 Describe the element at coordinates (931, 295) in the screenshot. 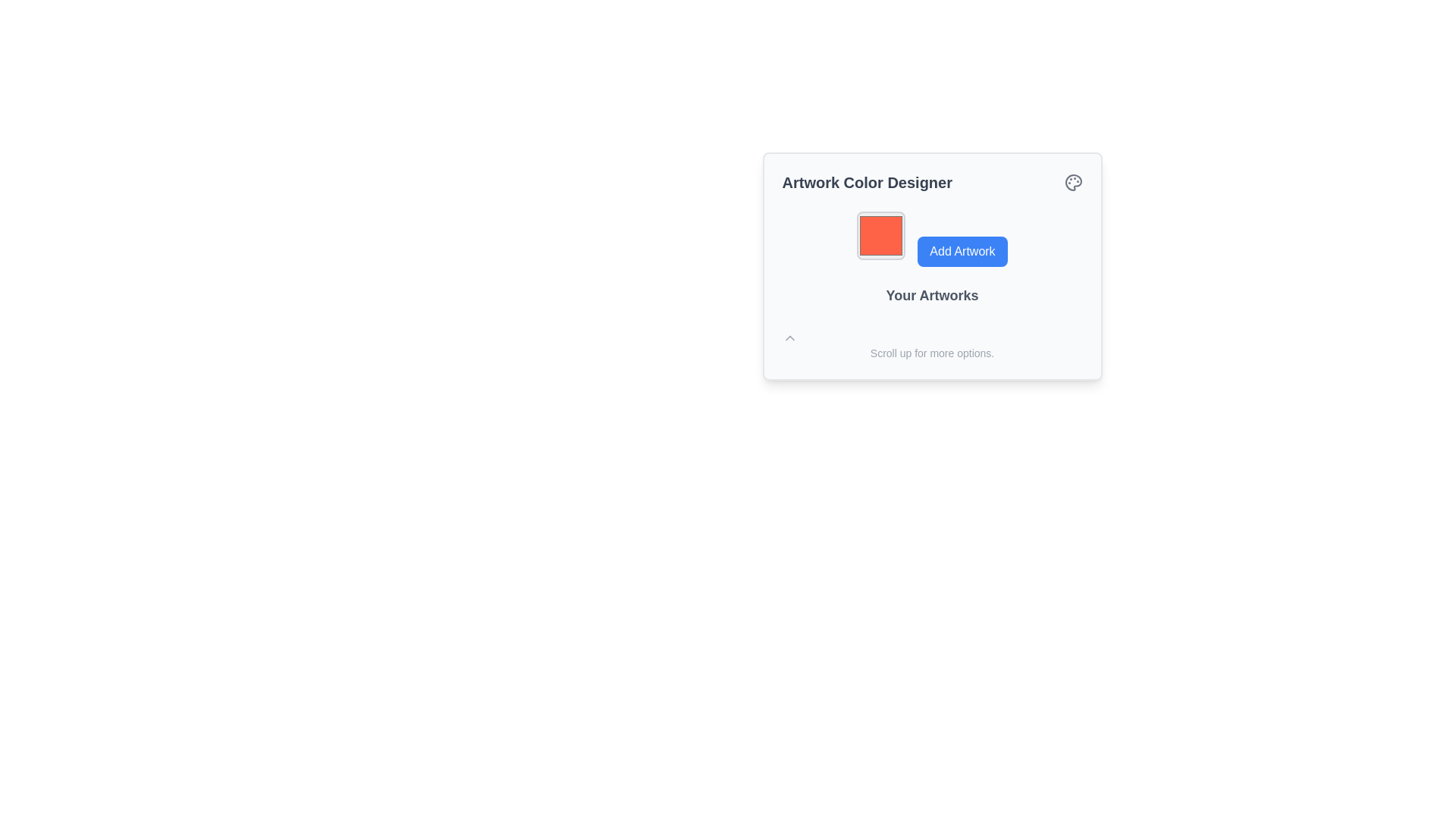

I see `Text Label that indicates the section for managing artwork items, positioned beneath the 'Add Artwork' button and above the 'Scroll up for more options.' text` at that location.